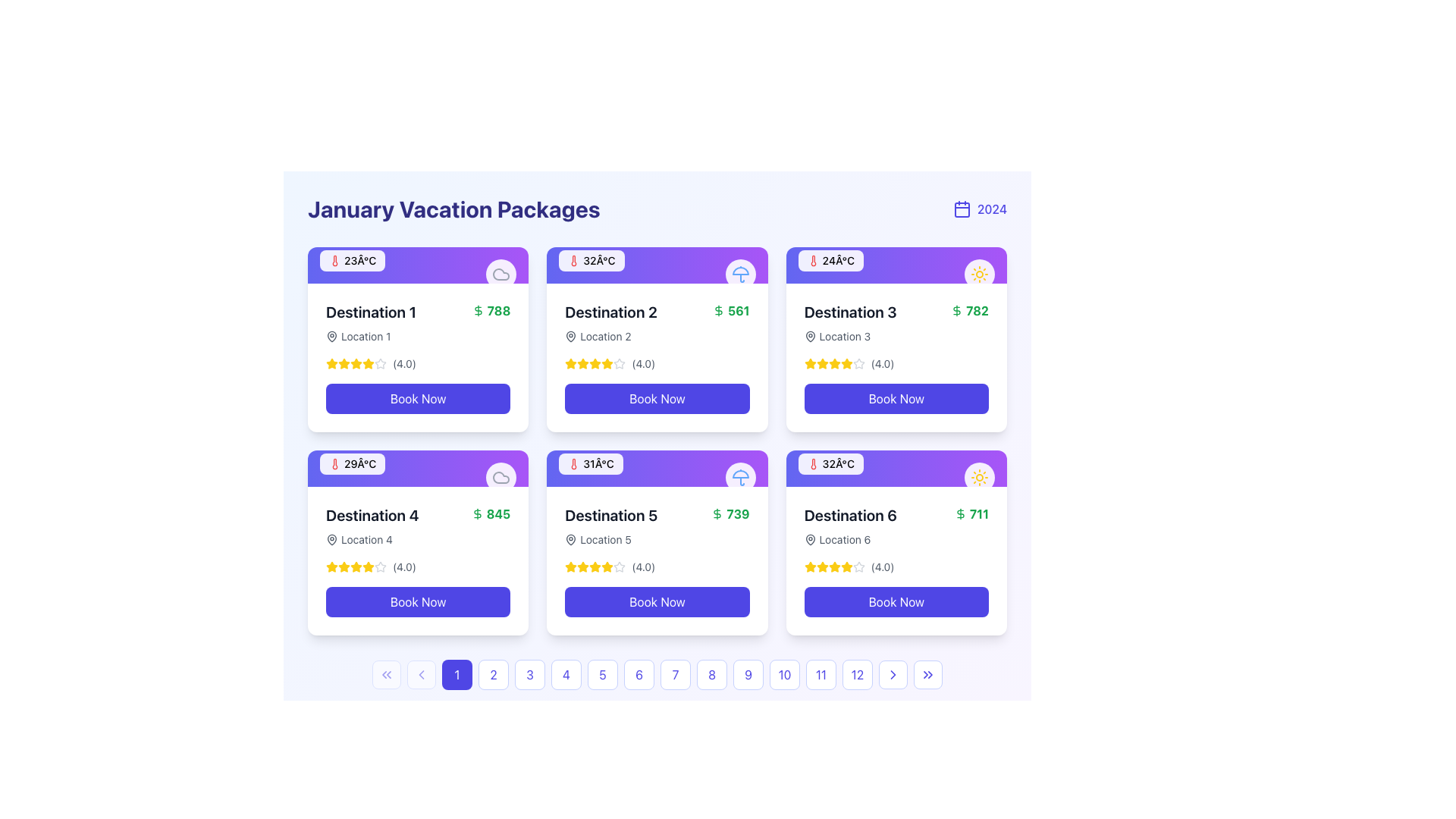 The width and height of the screenshot is (1456, 819). I want to click on the label displaying the location associated with 'Destination 2', which is located directly under the title and price information of the second destination card in the grid layout, so click(611, 335).